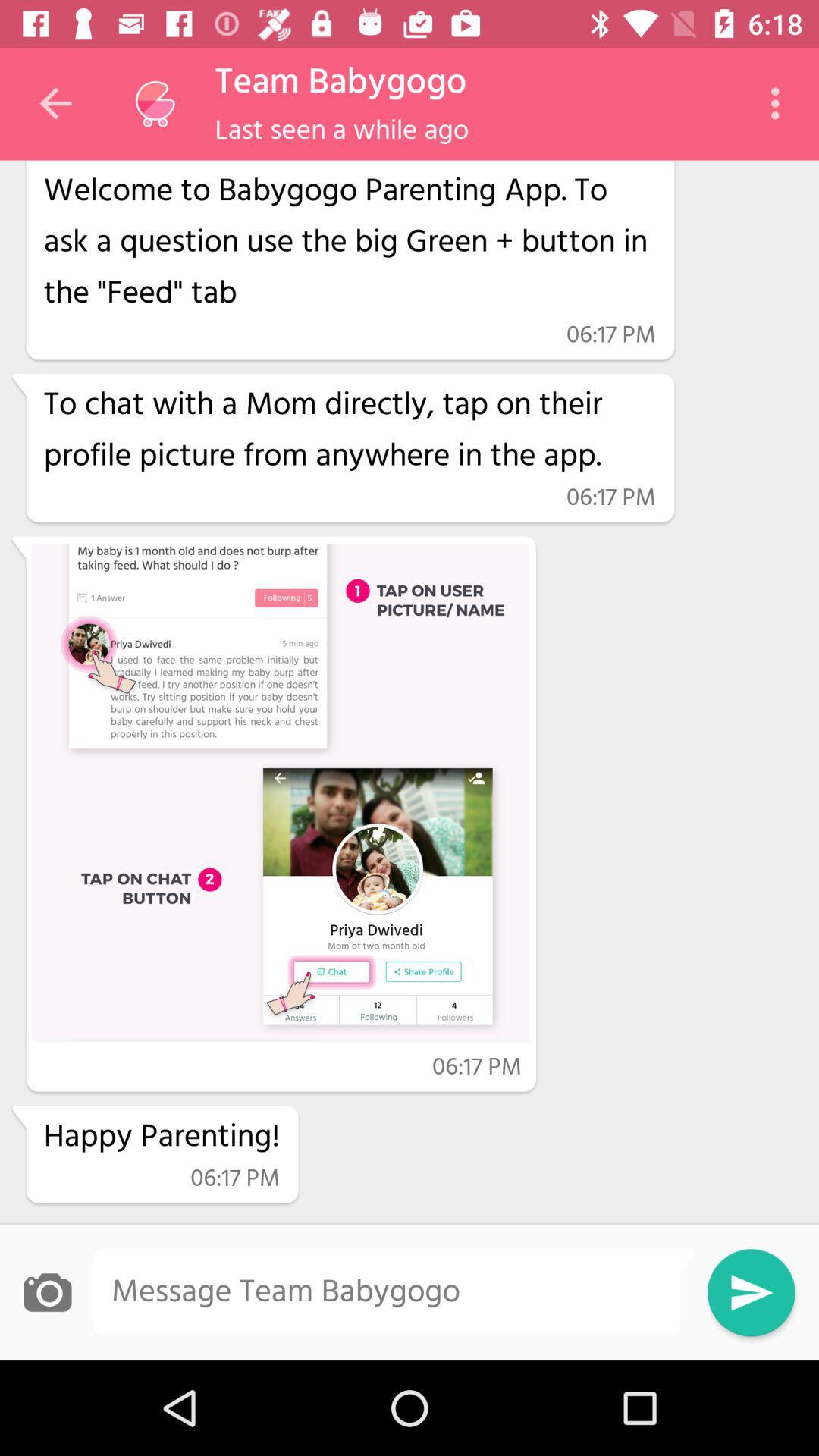 This screenshot has width=819, height=1456. Describe the element at coordinates (751, 1291) in the screenshot. I see `item at the bottom right corner` at that location.